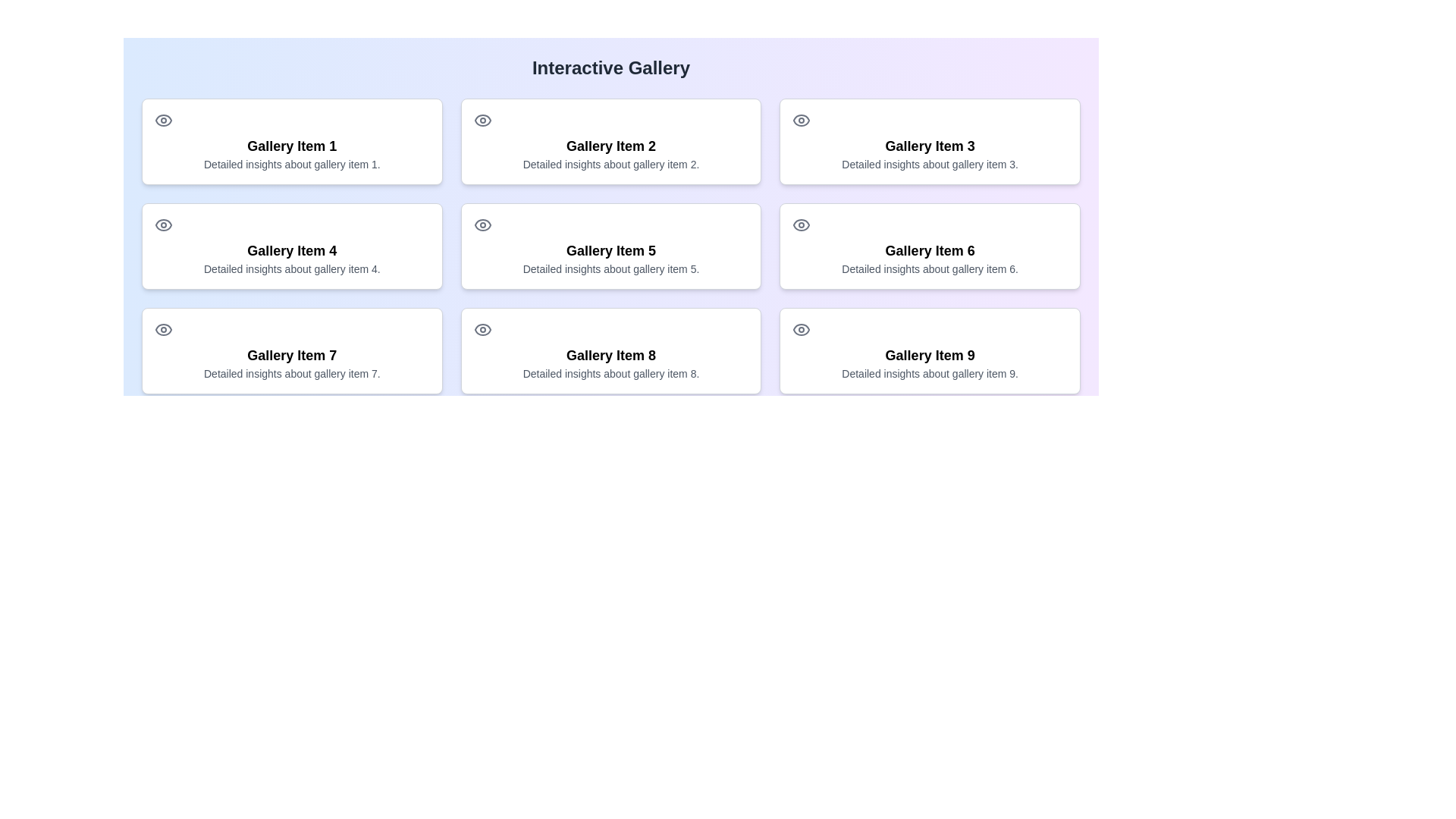 This screenshot has height=819, width=1456. What do you see at coordinates (929, 164) in the screenshot?
I see `the text label that reads 'Detailed insights about gallery item 3.' located in the third card of the first row of a 3x3 grid layout, beneath the title 'Gallery Item 3'` at bounding box center [929, 164].